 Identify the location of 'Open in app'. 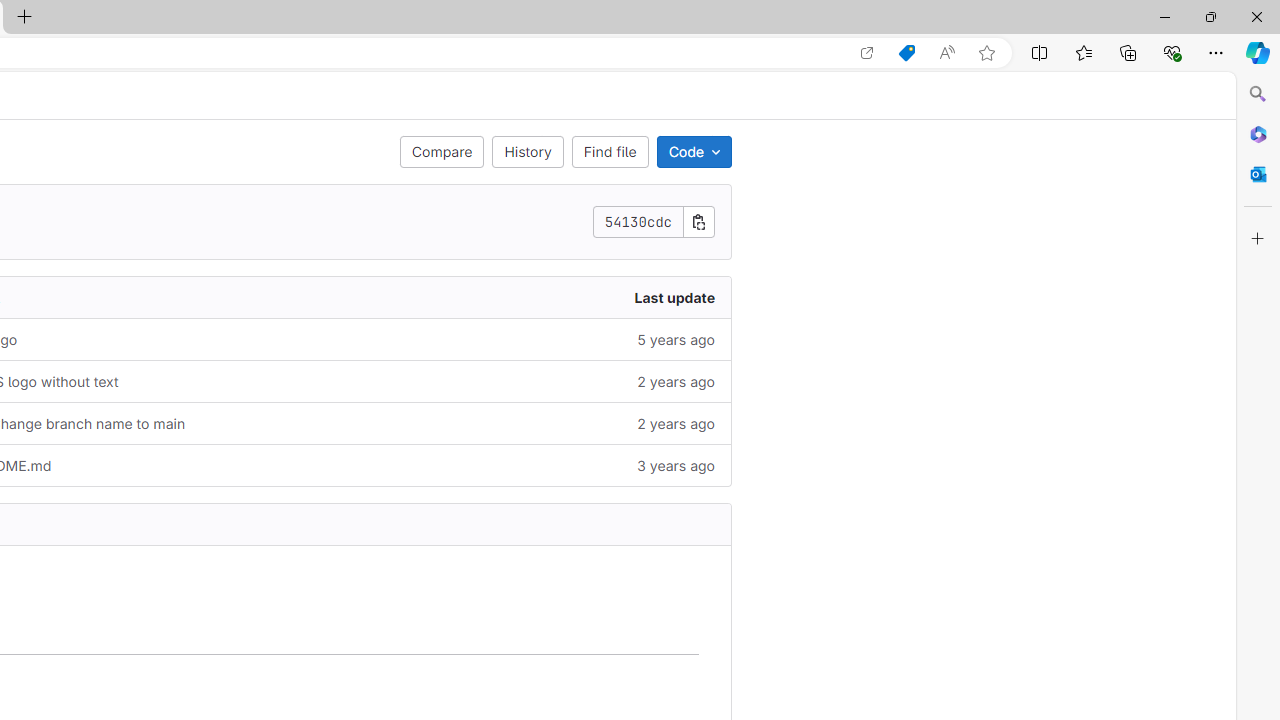
(867, 52).